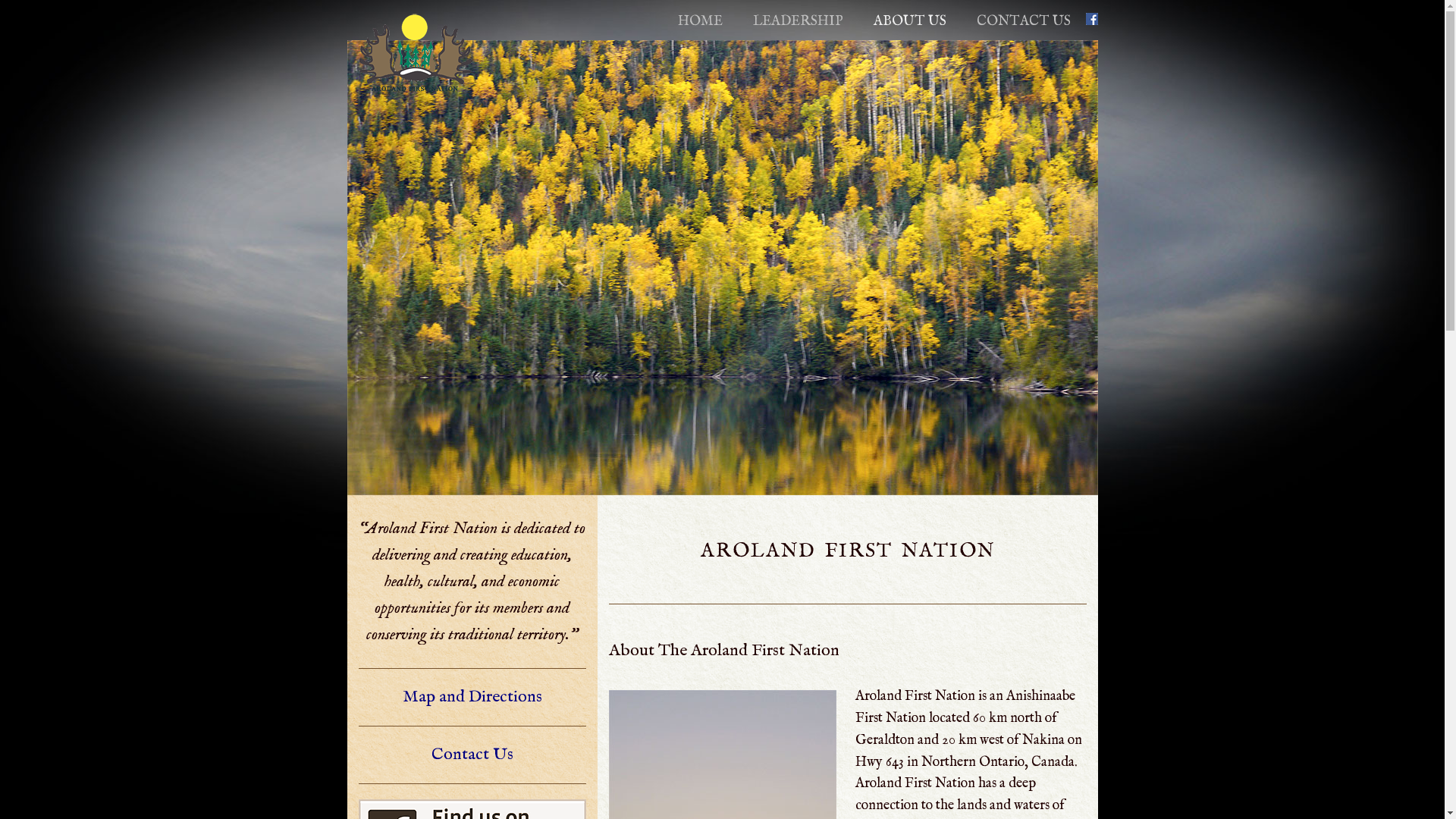 The width and height of the screenshot is (1456, 819). I want to click on 'CONTACT US', so click(1023, 21).